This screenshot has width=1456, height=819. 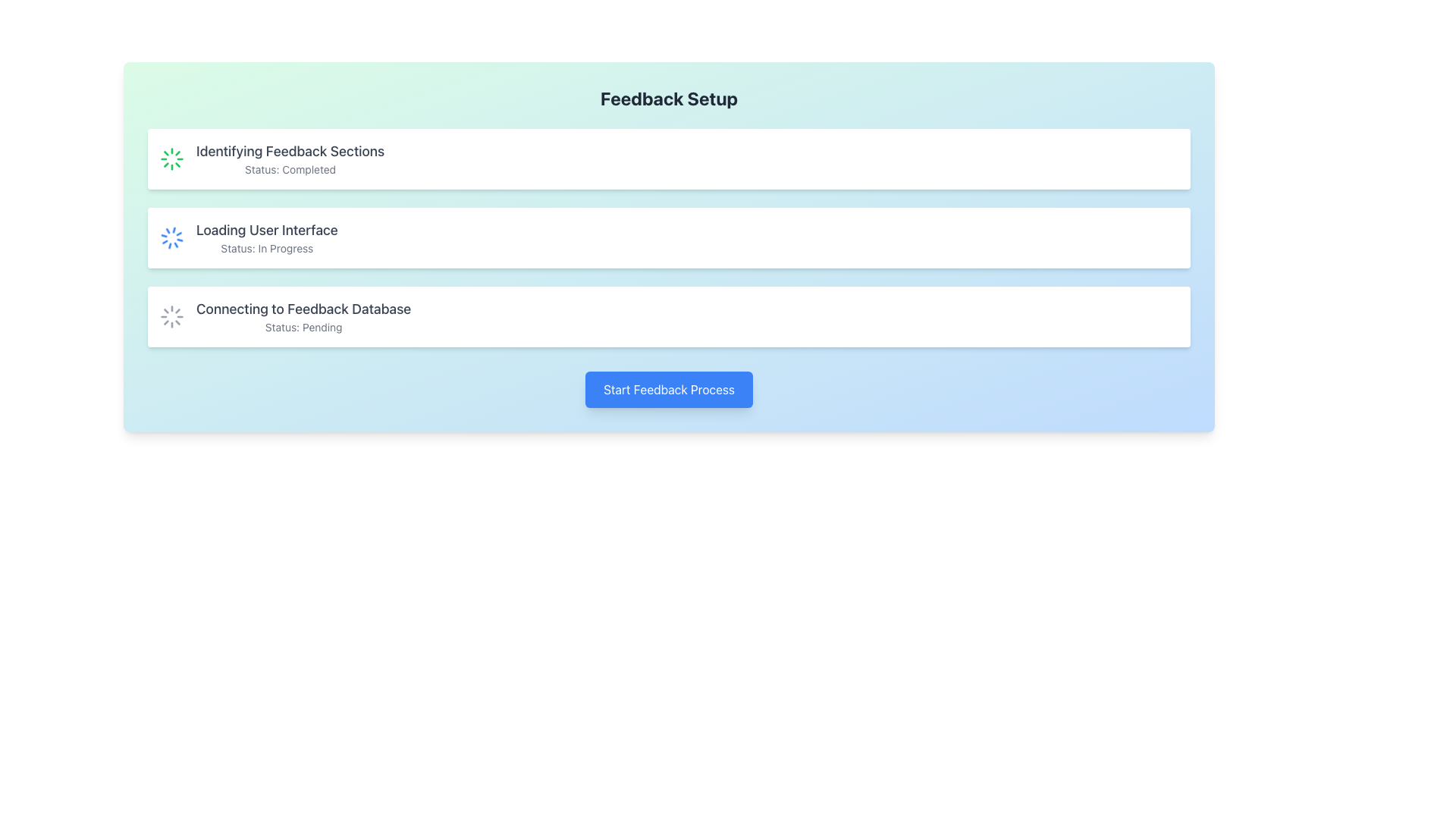 I want to click on the gray spinner icon located to the left of the text 'Connecting to Feedback Database' in the bottom card of the three vertically displayed cards, so click(x=171, y=315).